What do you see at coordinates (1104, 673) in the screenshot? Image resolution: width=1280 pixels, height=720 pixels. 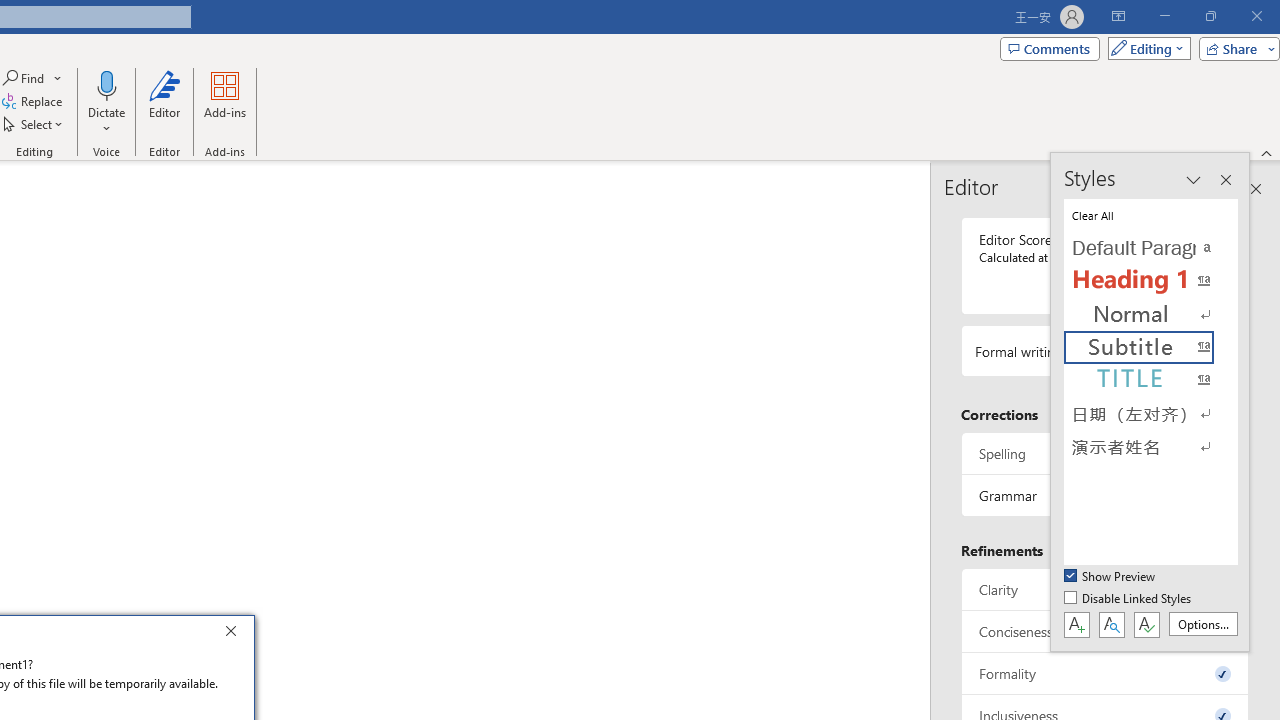 I see `'Formality, 0 issues. Press space or enter to review items.'` at bounding box center [1104, 673].